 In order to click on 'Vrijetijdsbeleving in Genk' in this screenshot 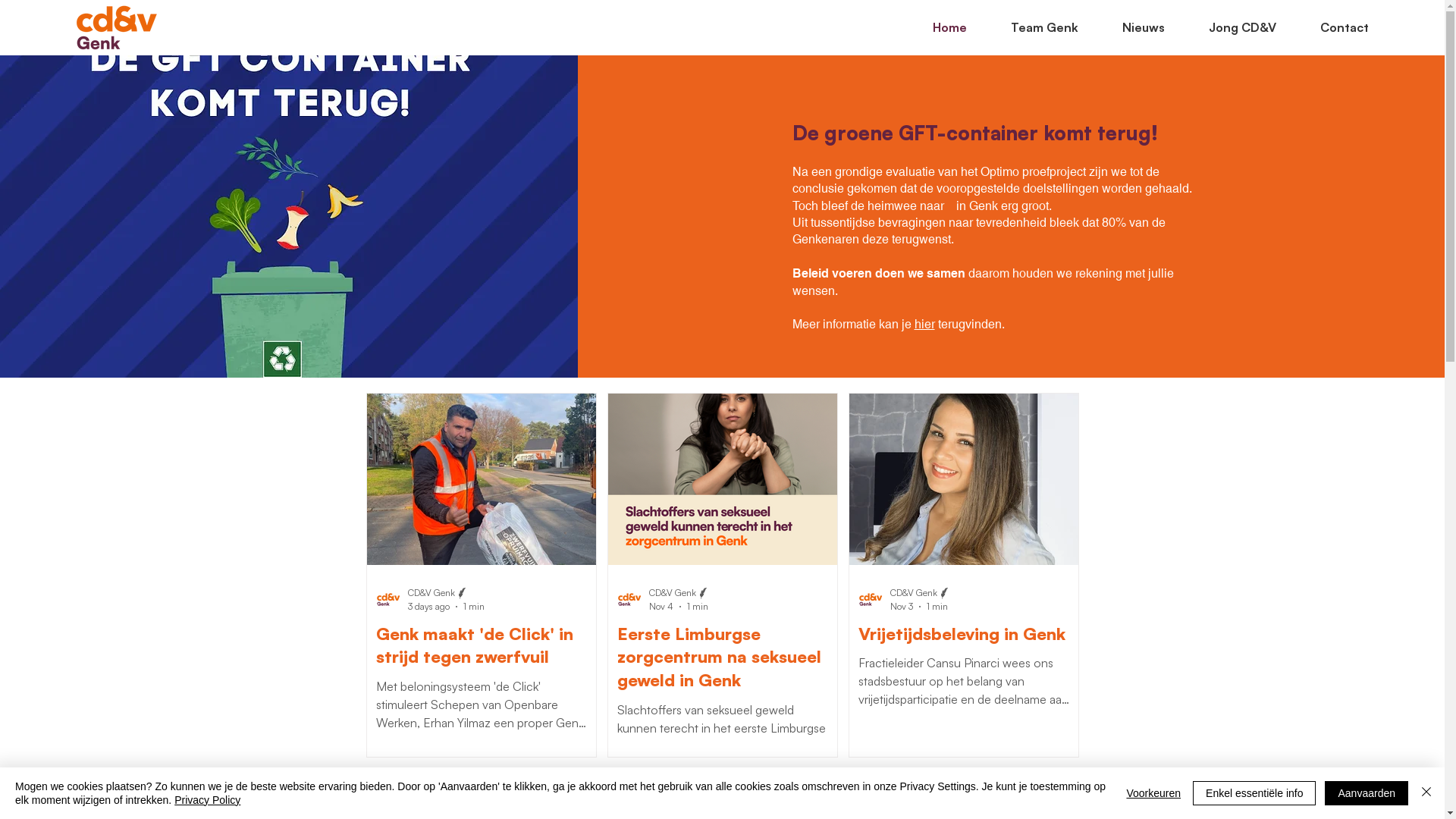, I will do `click(963, 634)`.